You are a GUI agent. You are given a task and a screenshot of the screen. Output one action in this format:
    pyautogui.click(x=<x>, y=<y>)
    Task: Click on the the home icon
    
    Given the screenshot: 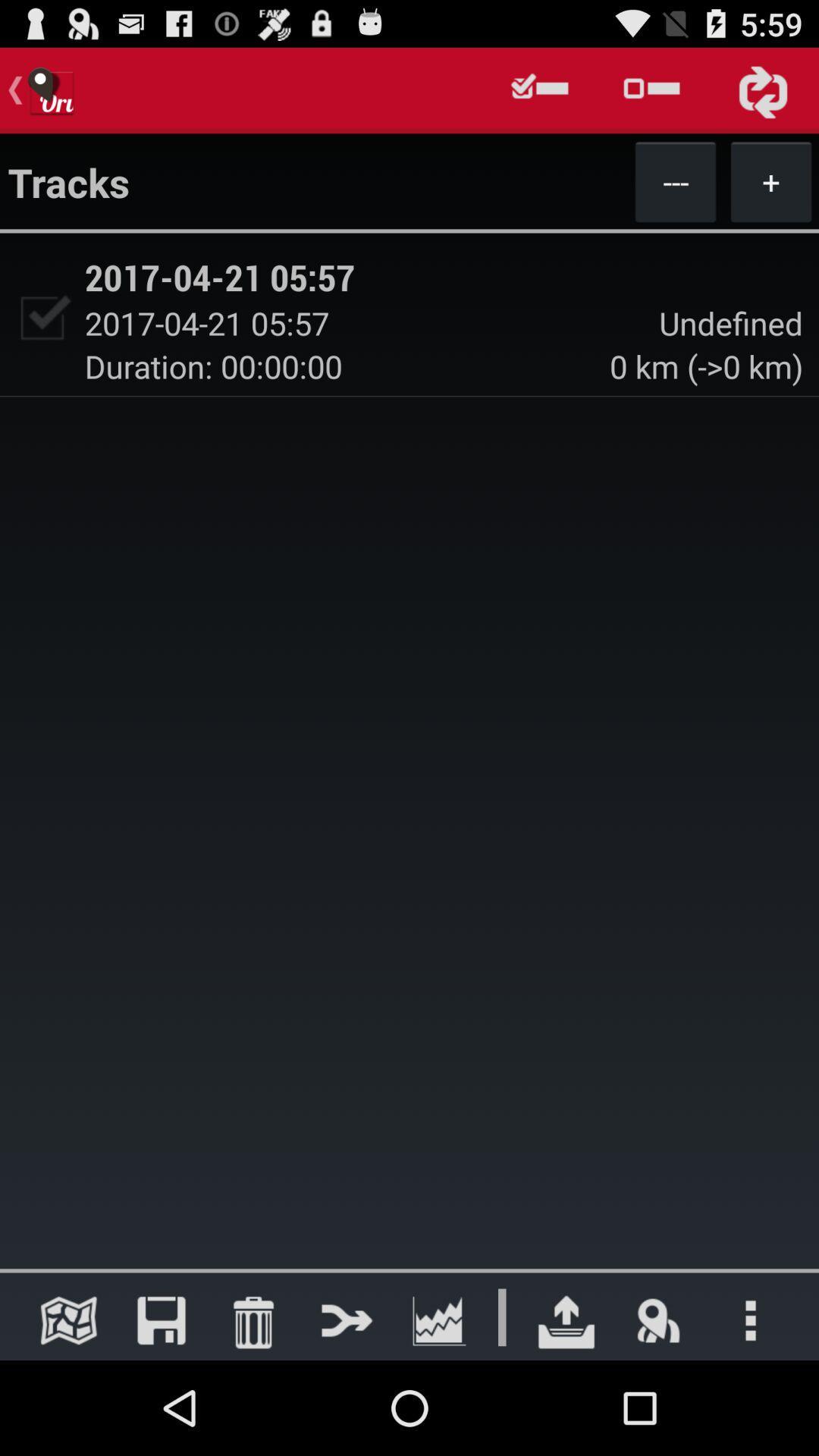 What is the action you would take?
    pyautogui.click(x=566, y=1412)
    